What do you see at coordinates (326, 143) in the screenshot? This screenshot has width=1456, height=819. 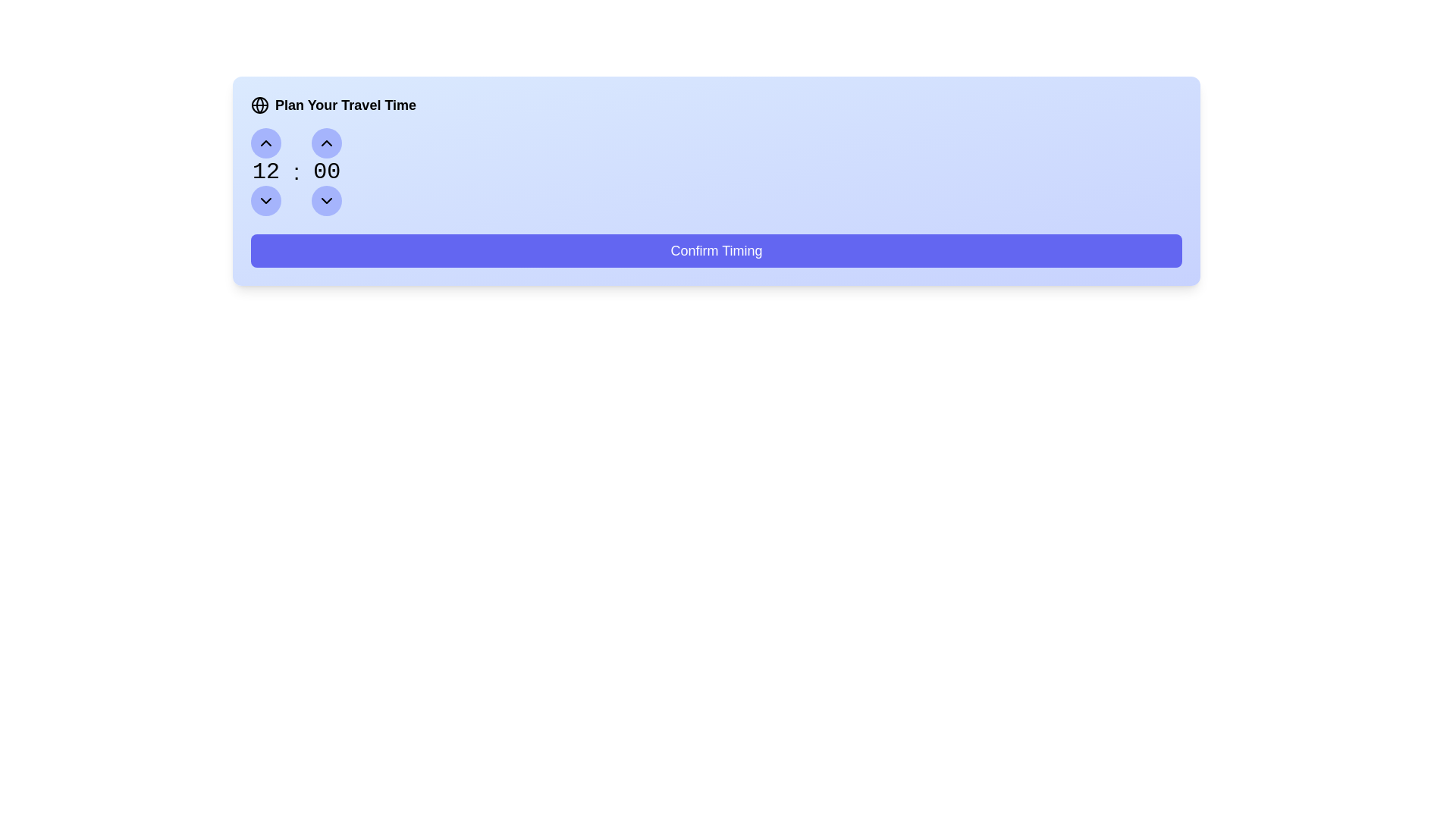 I see `the circular button with a purple background and an upward-pointing black triangle at its center, located in the top row of the time control section, above the 'minutes' display` at bounding box center [326, 143].